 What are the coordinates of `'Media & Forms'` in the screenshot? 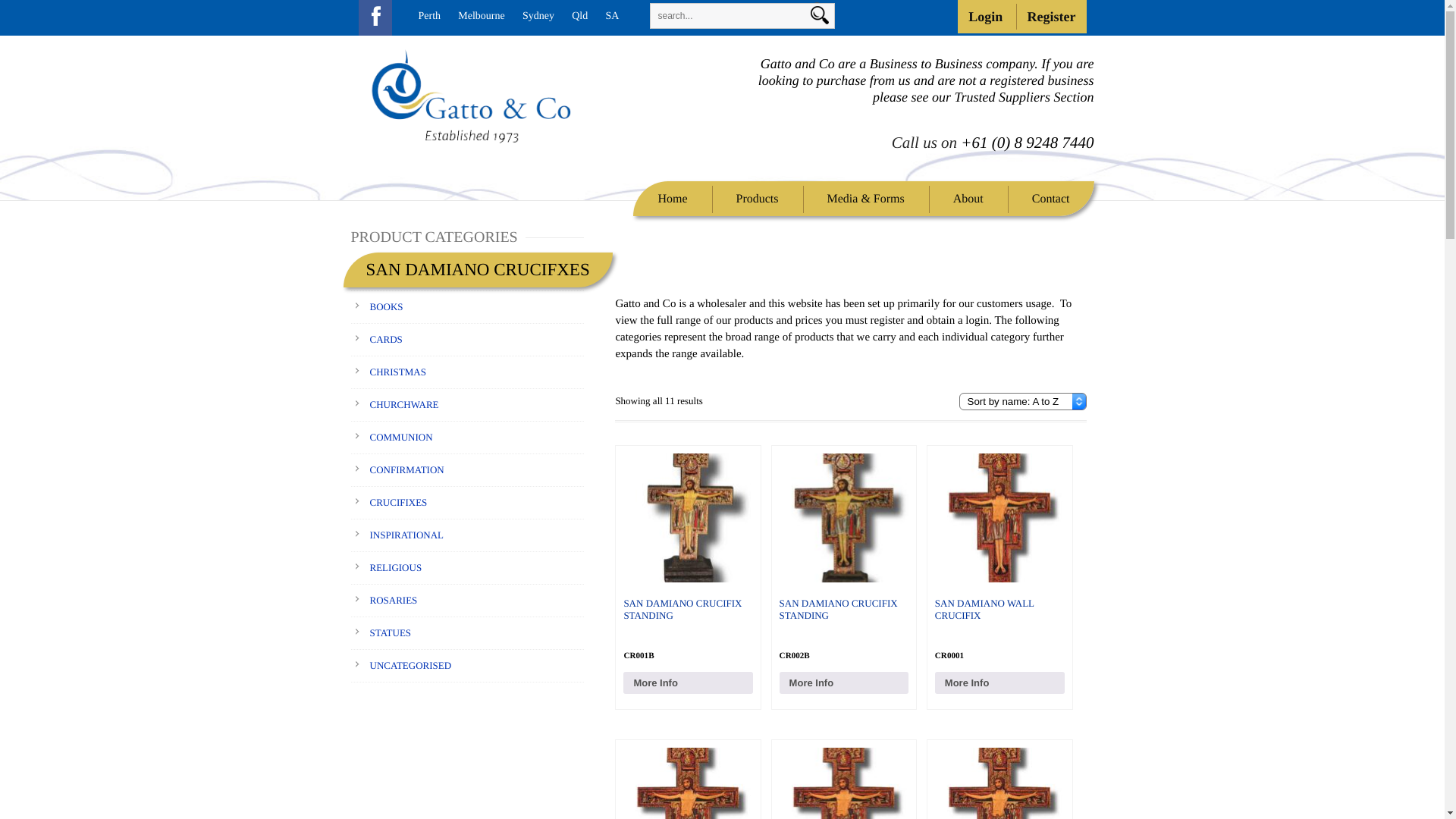 It's located at (866, 198).